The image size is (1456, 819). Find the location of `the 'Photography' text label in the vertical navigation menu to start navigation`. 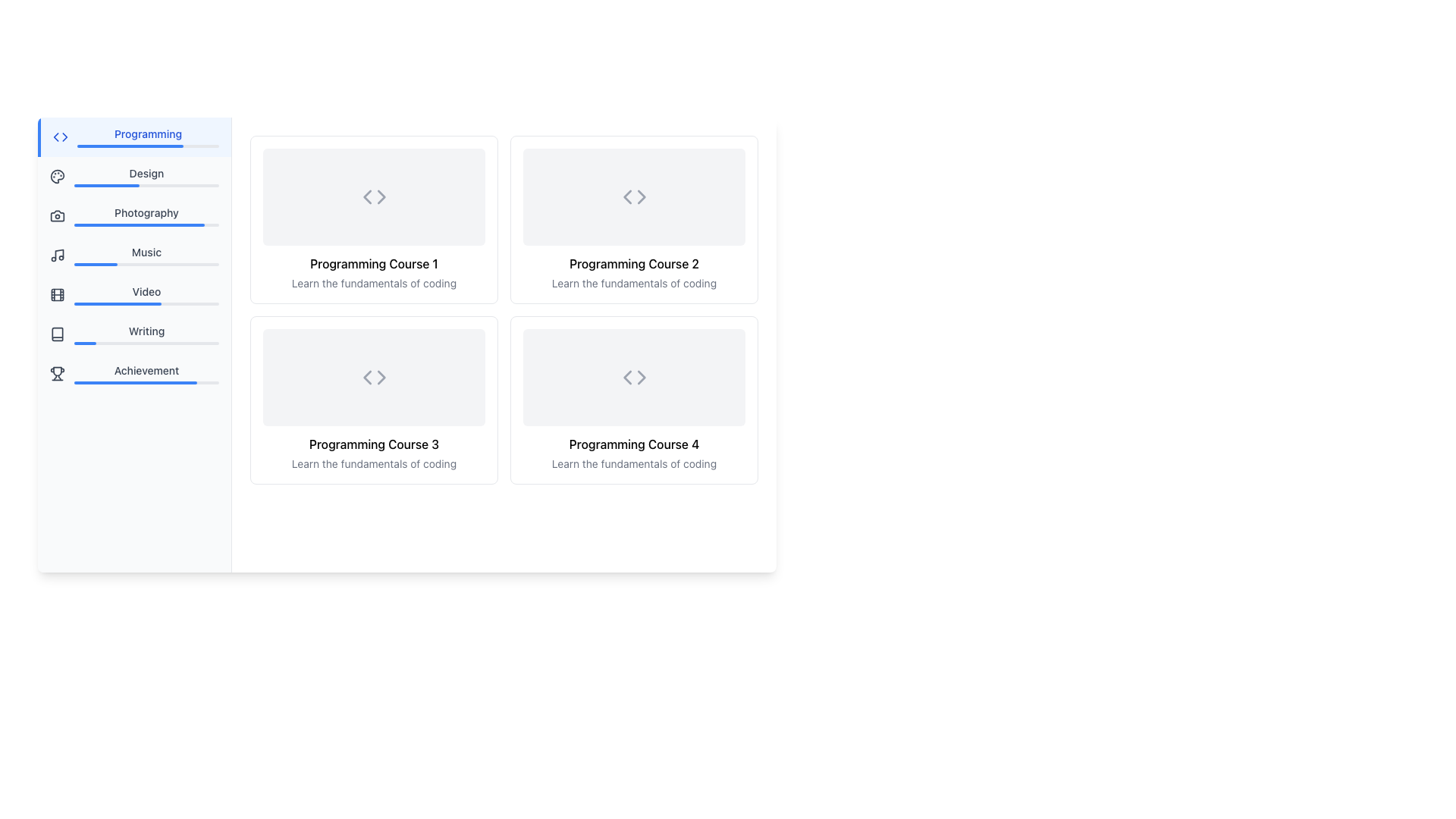

the 'Photography' text label in the vertical navigation menu to start navigation is located at coordinates (146, 213).